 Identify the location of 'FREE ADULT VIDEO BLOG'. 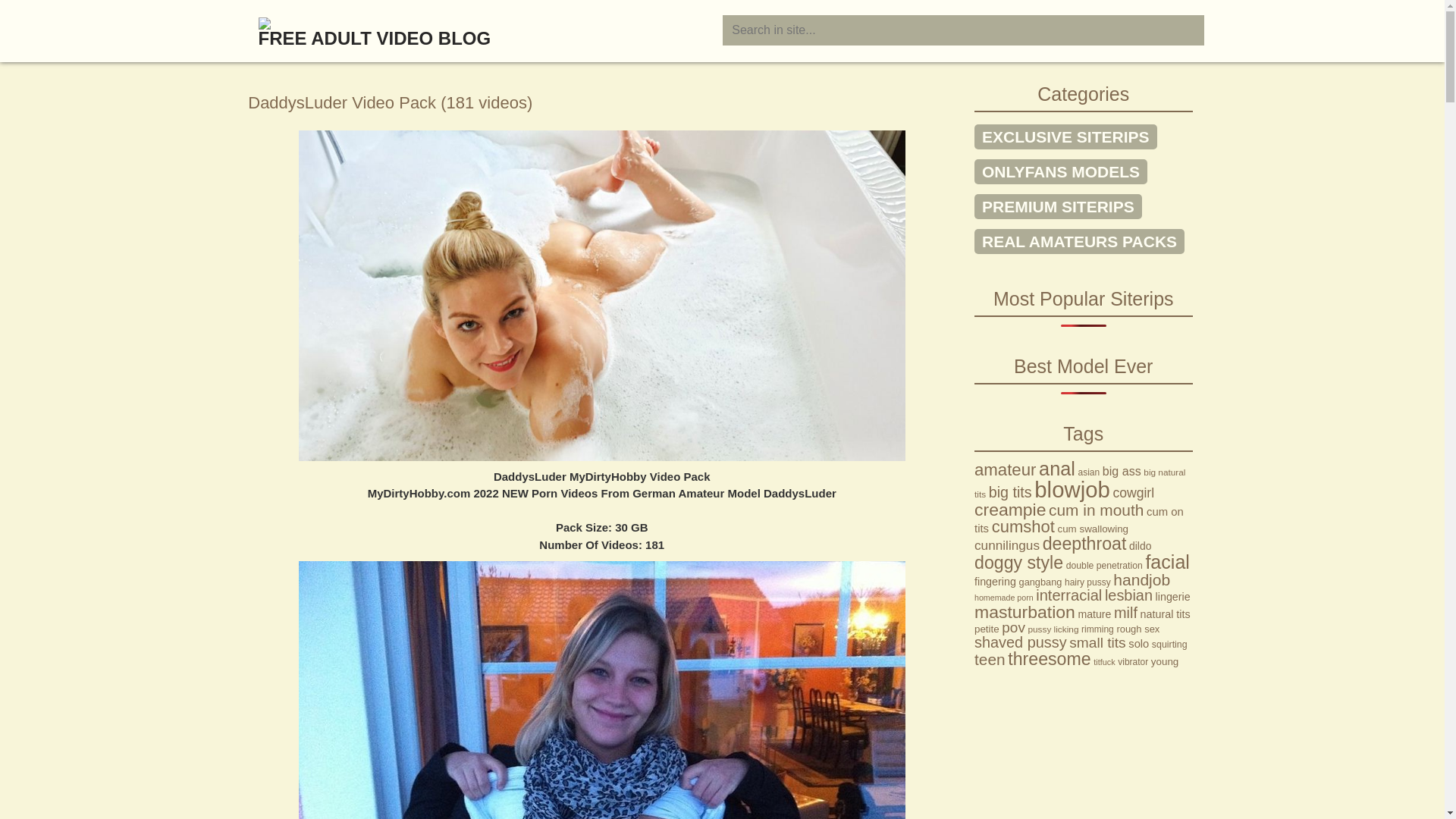
(240, 23).